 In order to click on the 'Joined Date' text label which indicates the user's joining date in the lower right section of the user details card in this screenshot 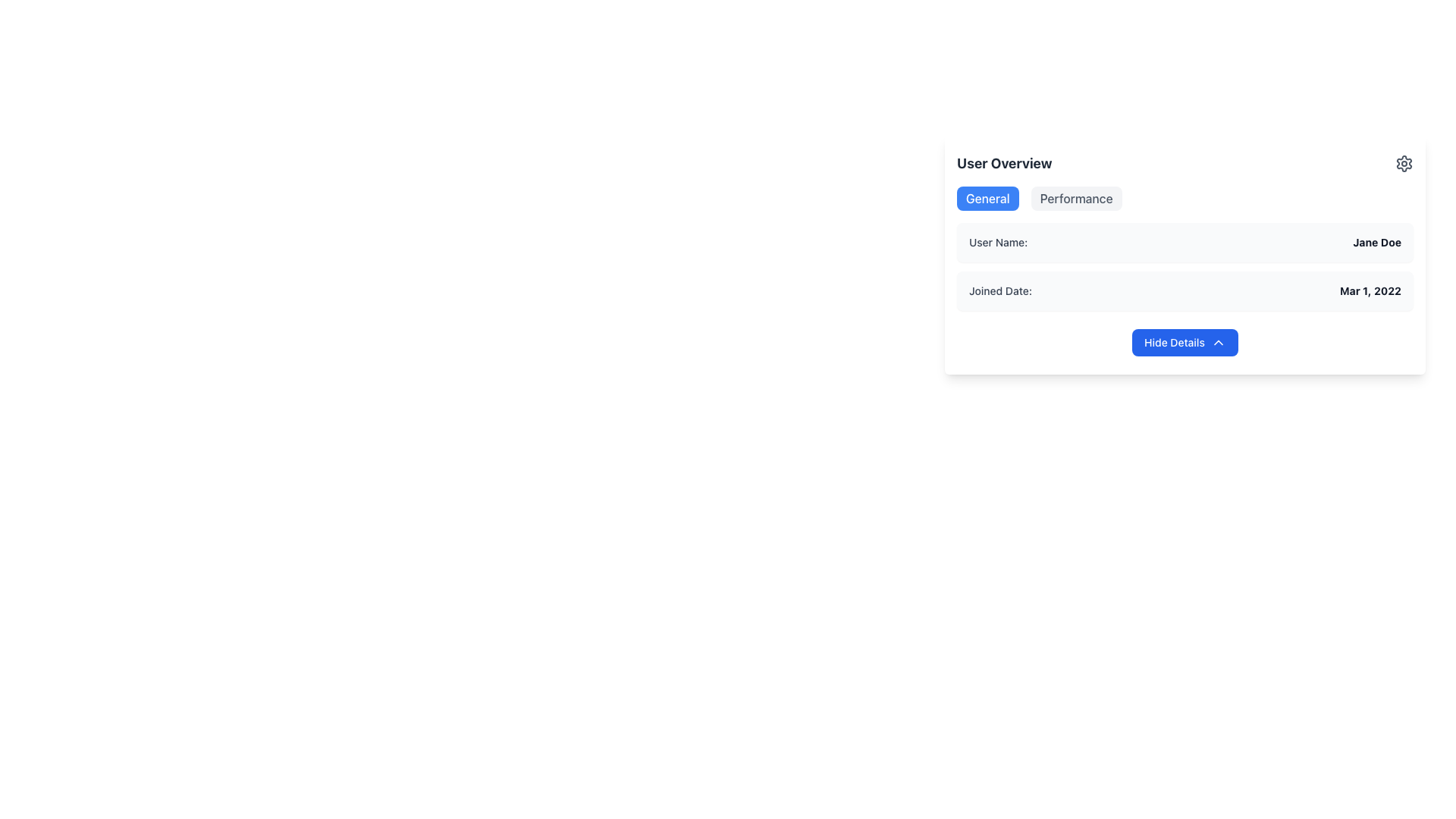, I will do `click(1000, 291)`.